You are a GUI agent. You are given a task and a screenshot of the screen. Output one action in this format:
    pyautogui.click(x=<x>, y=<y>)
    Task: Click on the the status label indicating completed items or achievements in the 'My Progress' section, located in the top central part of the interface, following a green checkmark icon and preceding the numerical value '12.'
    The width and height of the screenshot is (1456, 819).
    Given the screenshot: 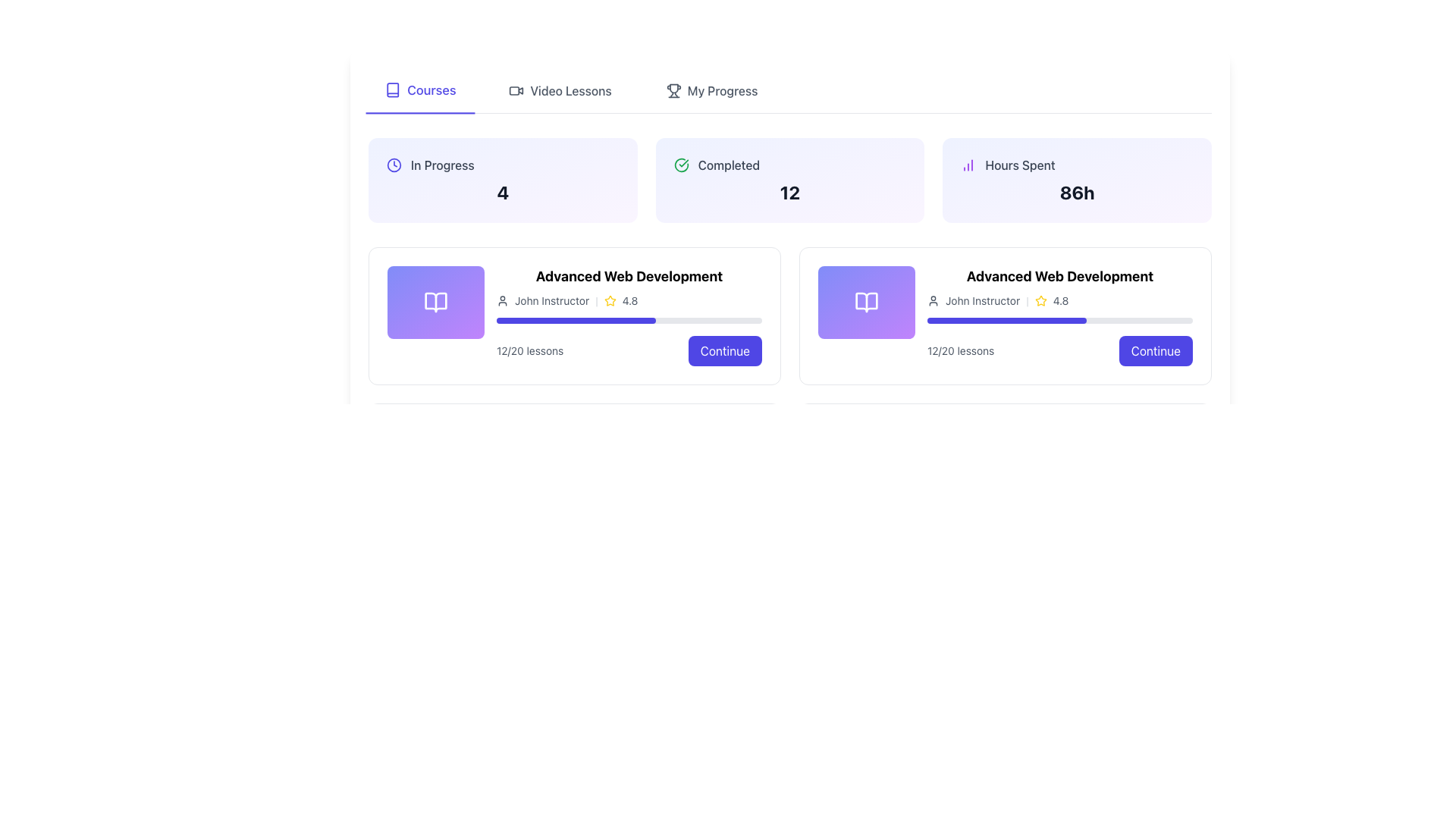 What is the action you would take?
    pyautogui.click(x=729, y=165)
    